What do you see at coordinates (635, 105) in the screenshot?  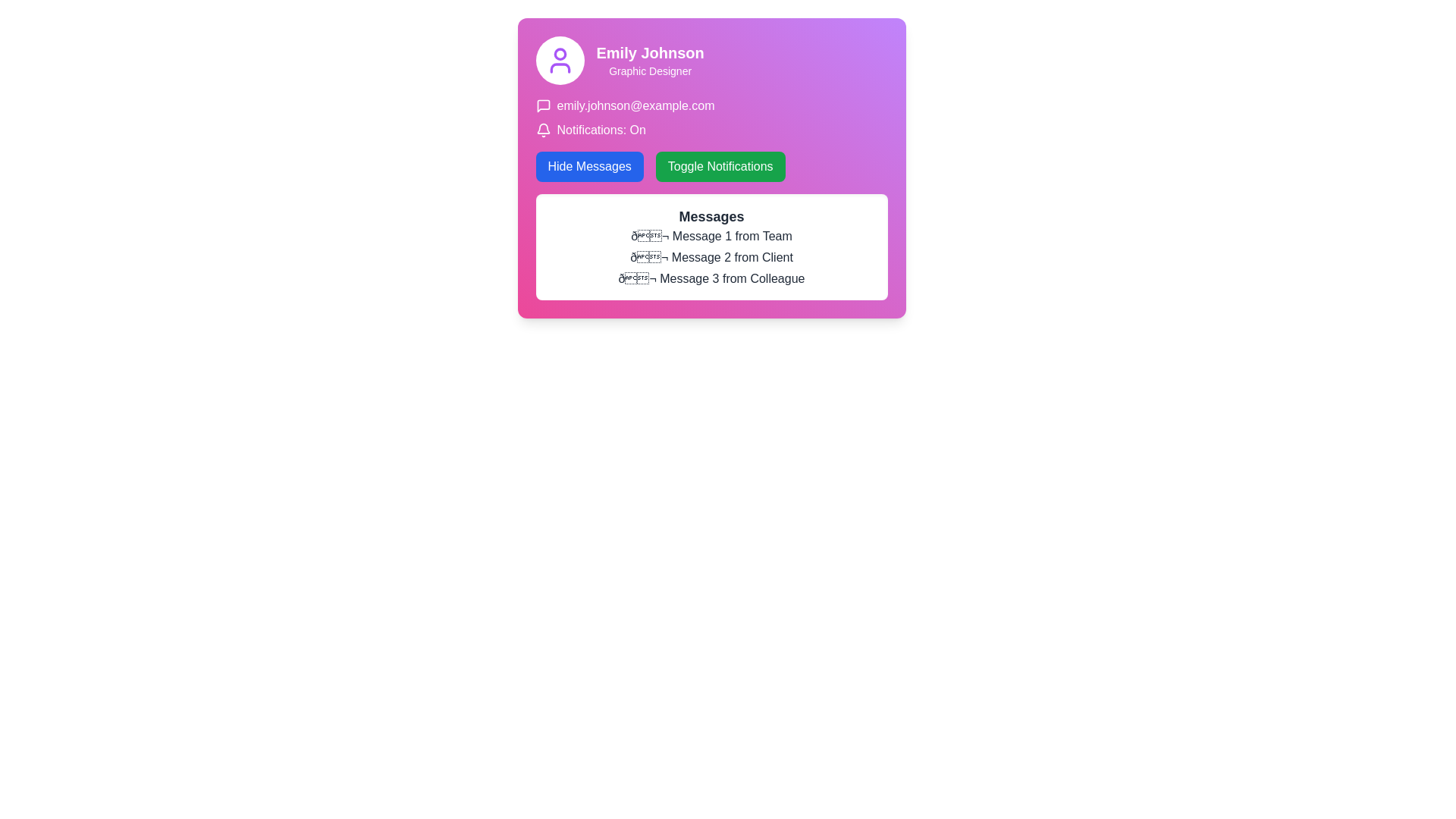 I see `the non-interactive email address text, which is located to the right of a message bubble icon and above the 'Notifications: On' text` at bounding box center [635, 105].